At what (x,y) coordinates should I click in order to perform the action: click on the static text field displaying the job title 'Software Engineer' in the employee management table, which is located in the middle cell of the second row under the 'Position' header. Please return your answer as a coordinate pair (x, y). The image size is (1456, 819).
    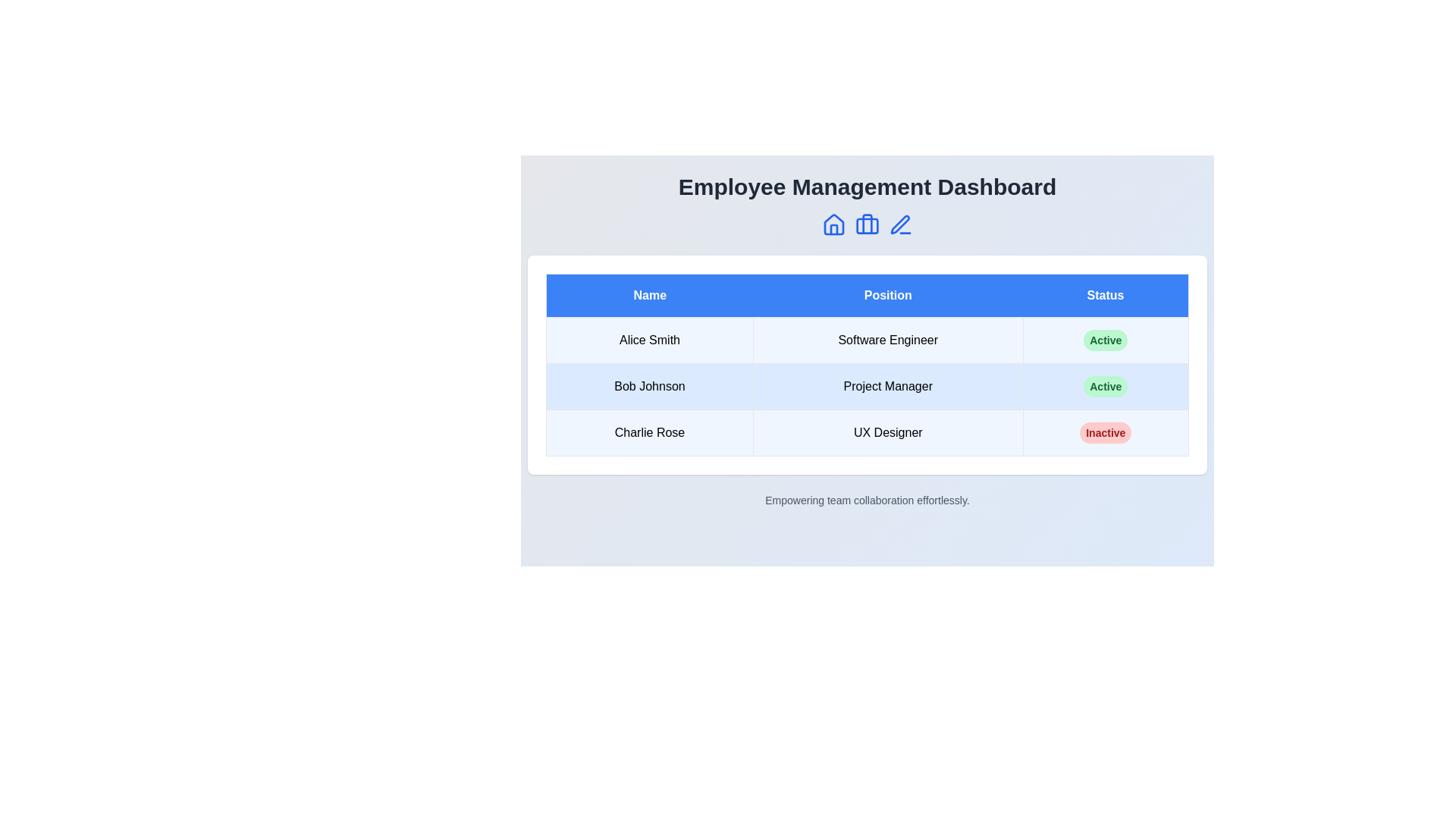
    Looking at the image, I should click on (888, 339).